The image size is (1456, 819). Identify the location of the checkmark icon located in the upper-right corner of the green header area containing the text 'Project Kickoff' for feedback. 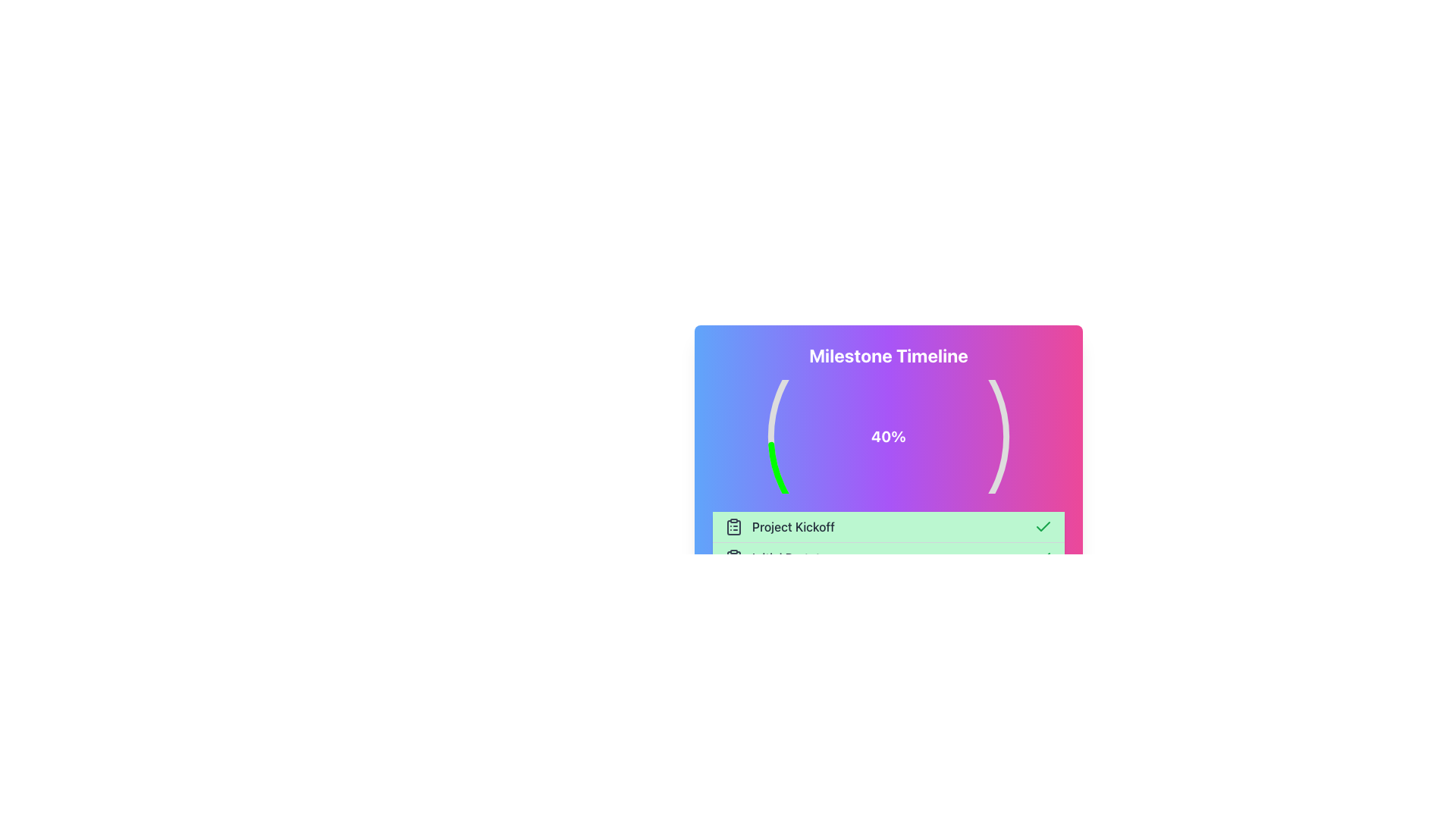
(1043, 526).